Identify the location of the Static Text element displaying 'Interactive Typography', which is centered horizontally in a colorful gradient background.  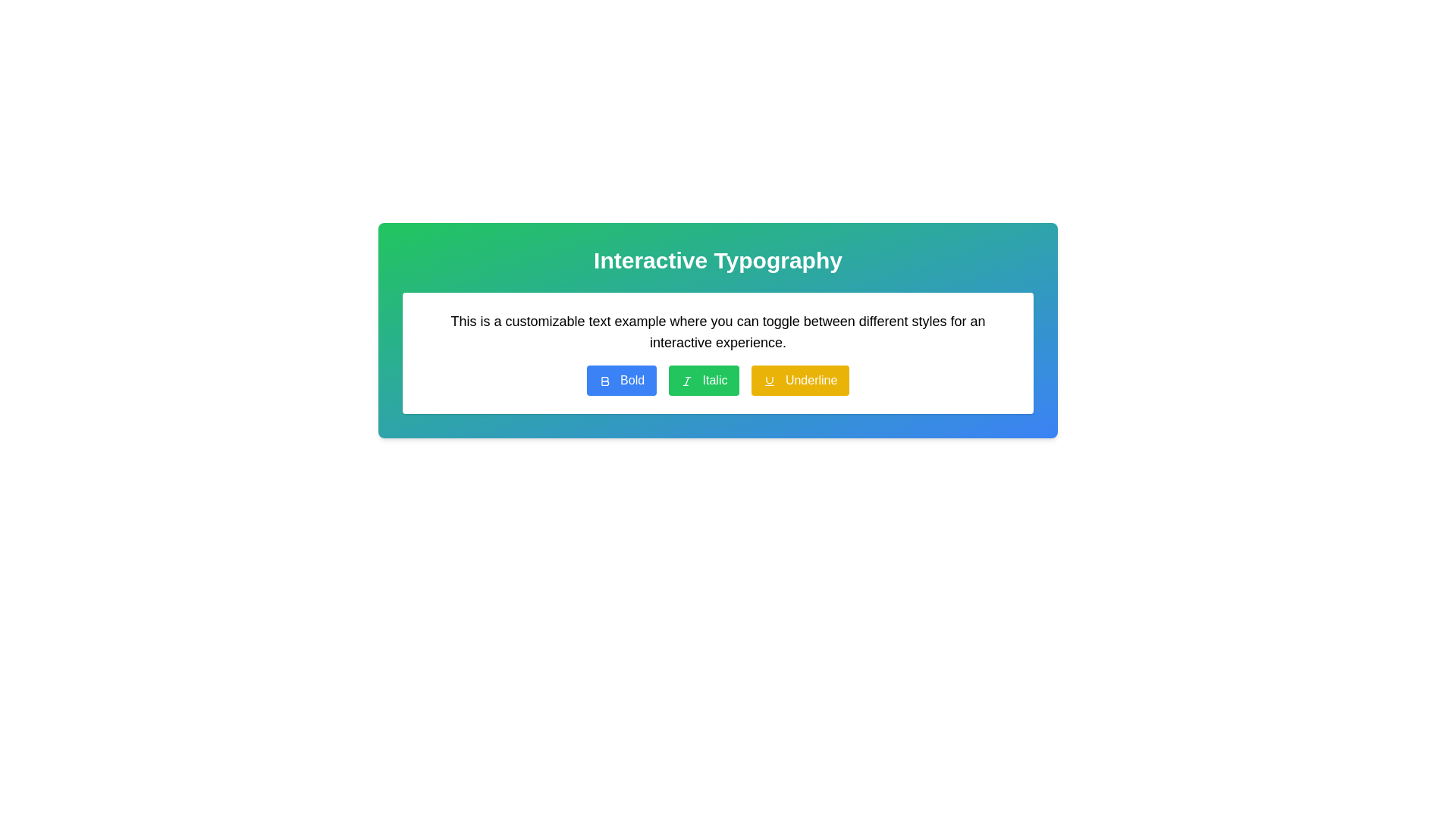
(717, 259).